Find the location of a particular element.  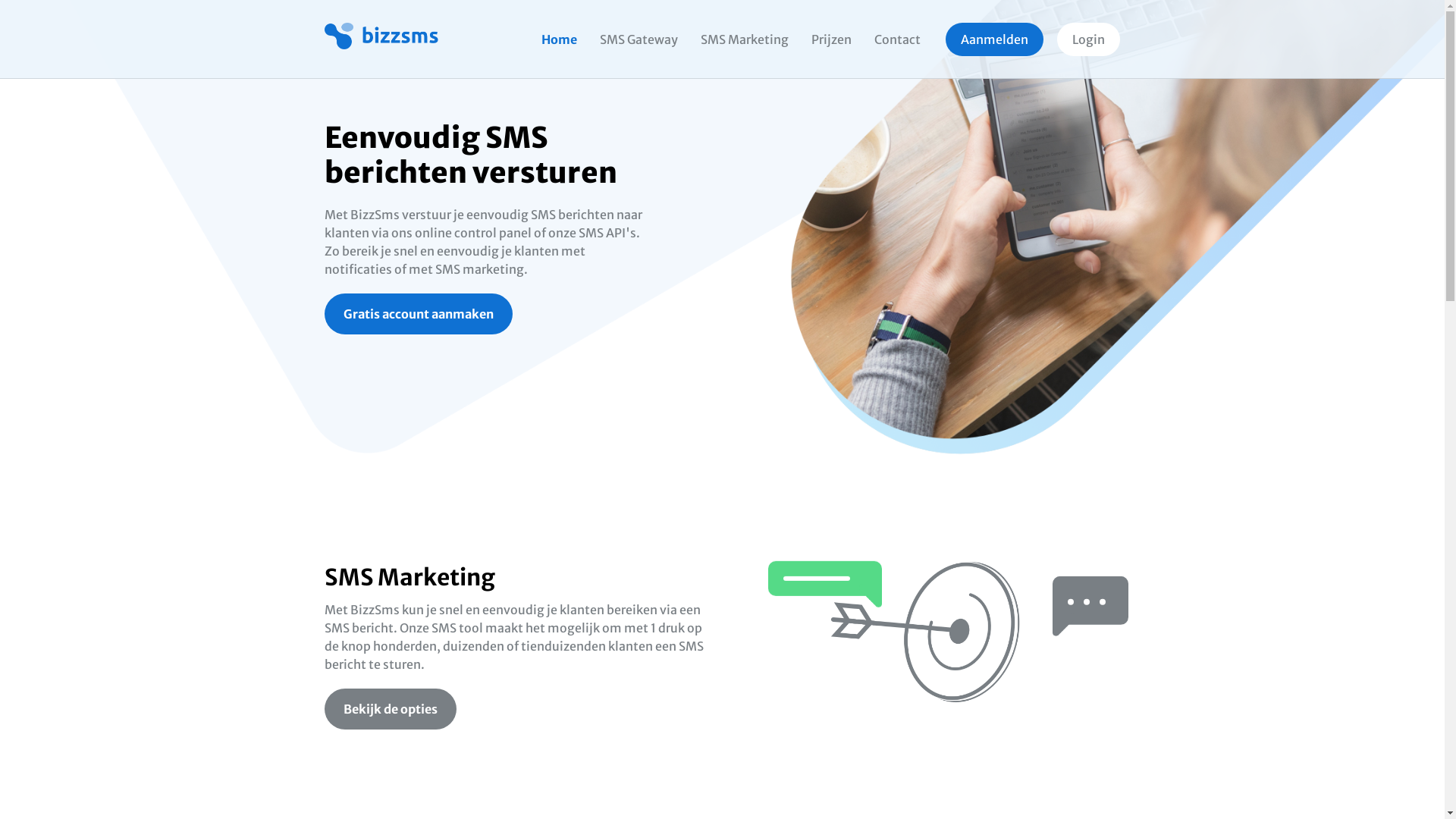

'Contact' is located at coordinates (897, 38).